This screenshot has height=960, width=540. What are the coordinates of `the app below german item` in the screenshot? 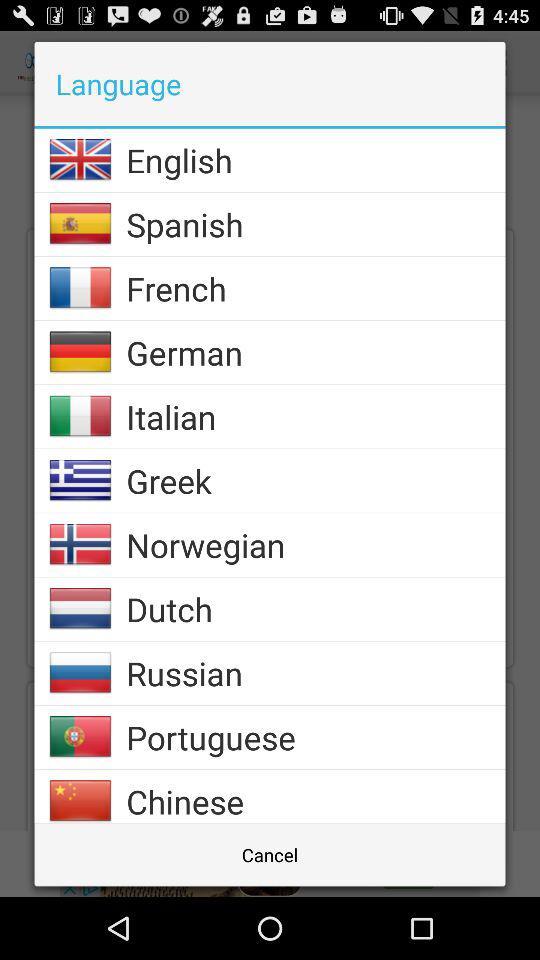 It's located at (315, 415).